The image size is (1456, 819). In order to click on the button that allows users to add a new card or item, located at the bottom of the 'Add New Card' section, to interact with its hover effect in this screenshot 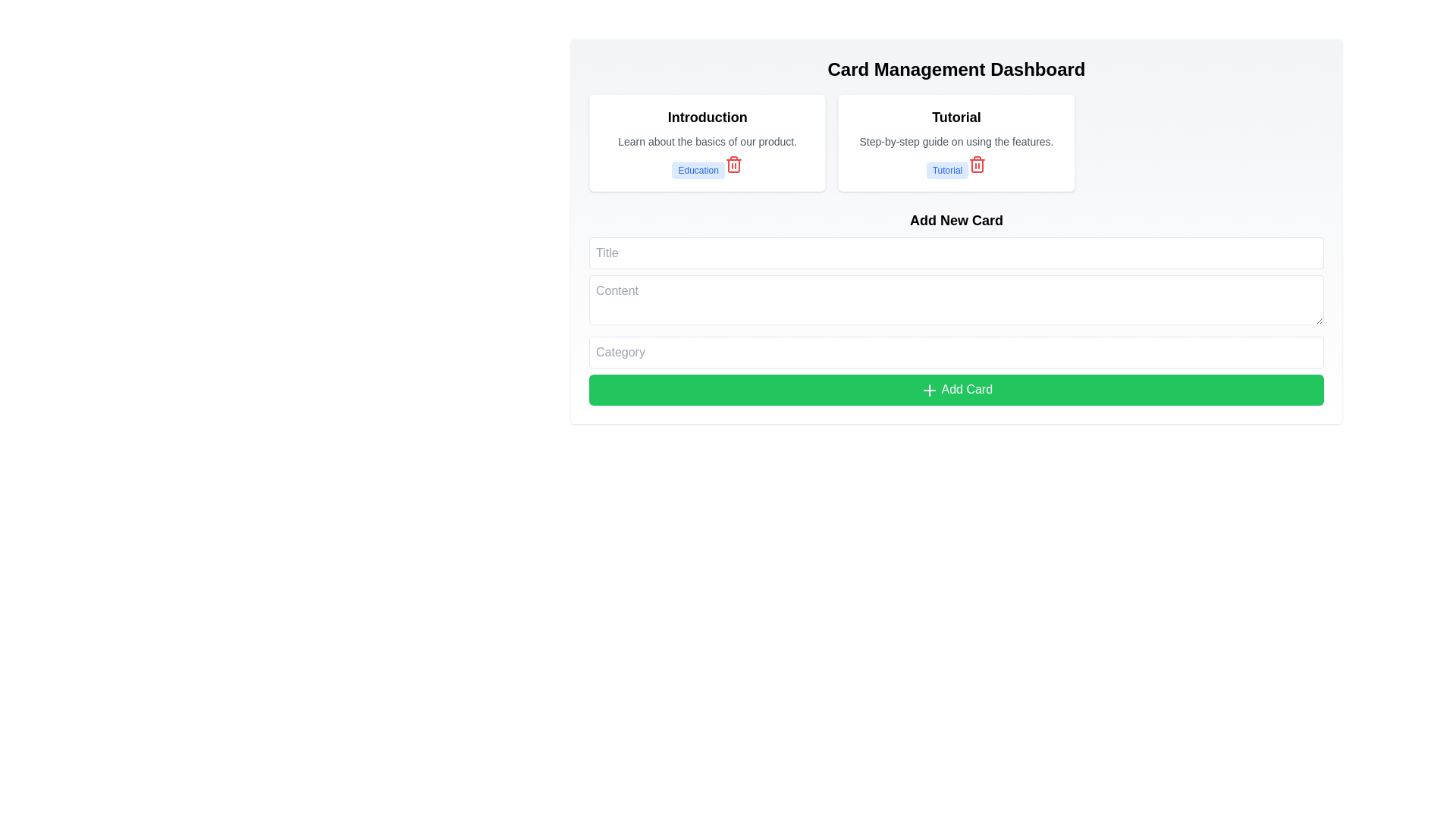, I will do `click(955, 389)`.